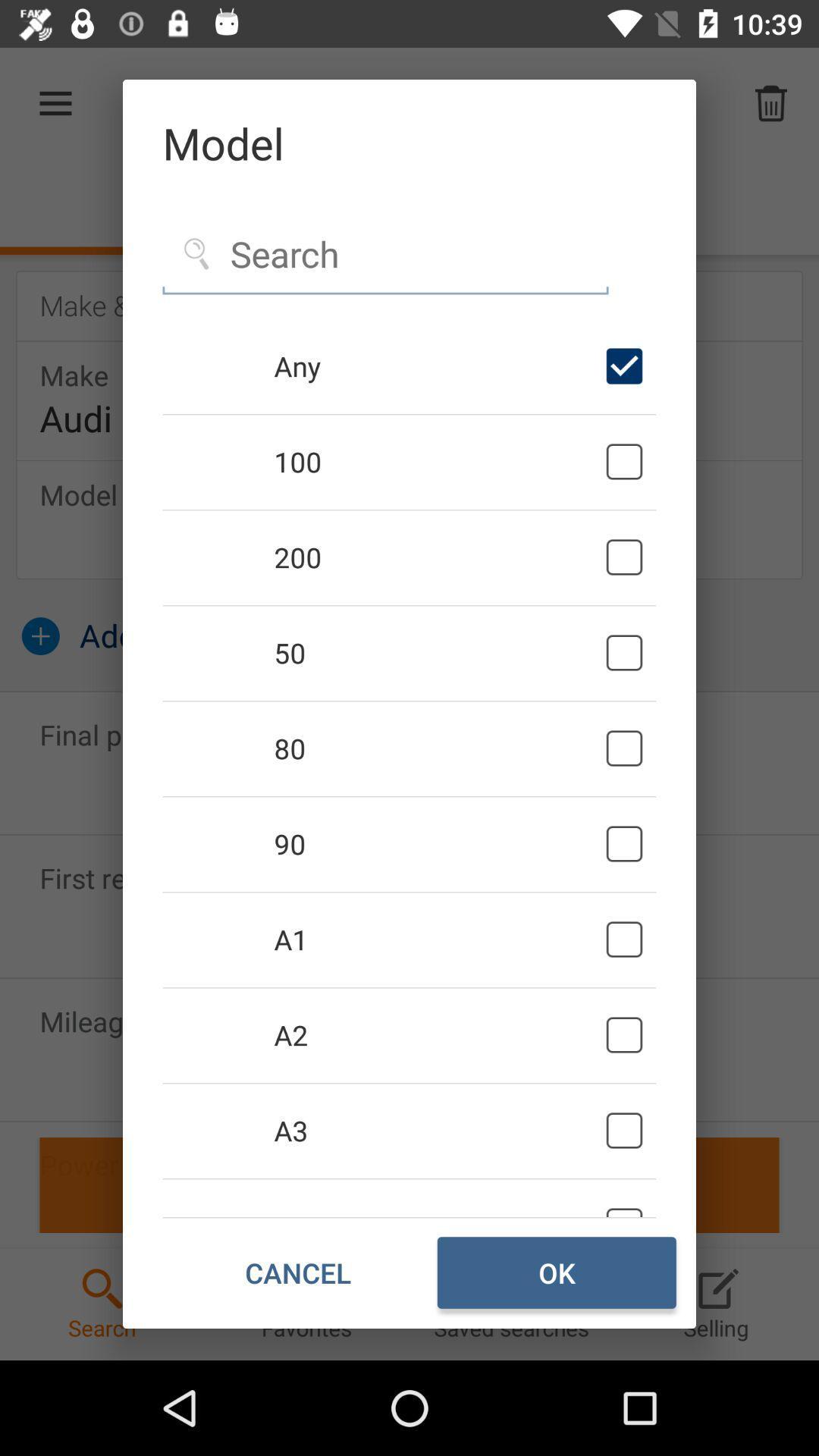  Describe the element at coordinates (437, 366) in the screenshot. I see `the any icon` at that location.